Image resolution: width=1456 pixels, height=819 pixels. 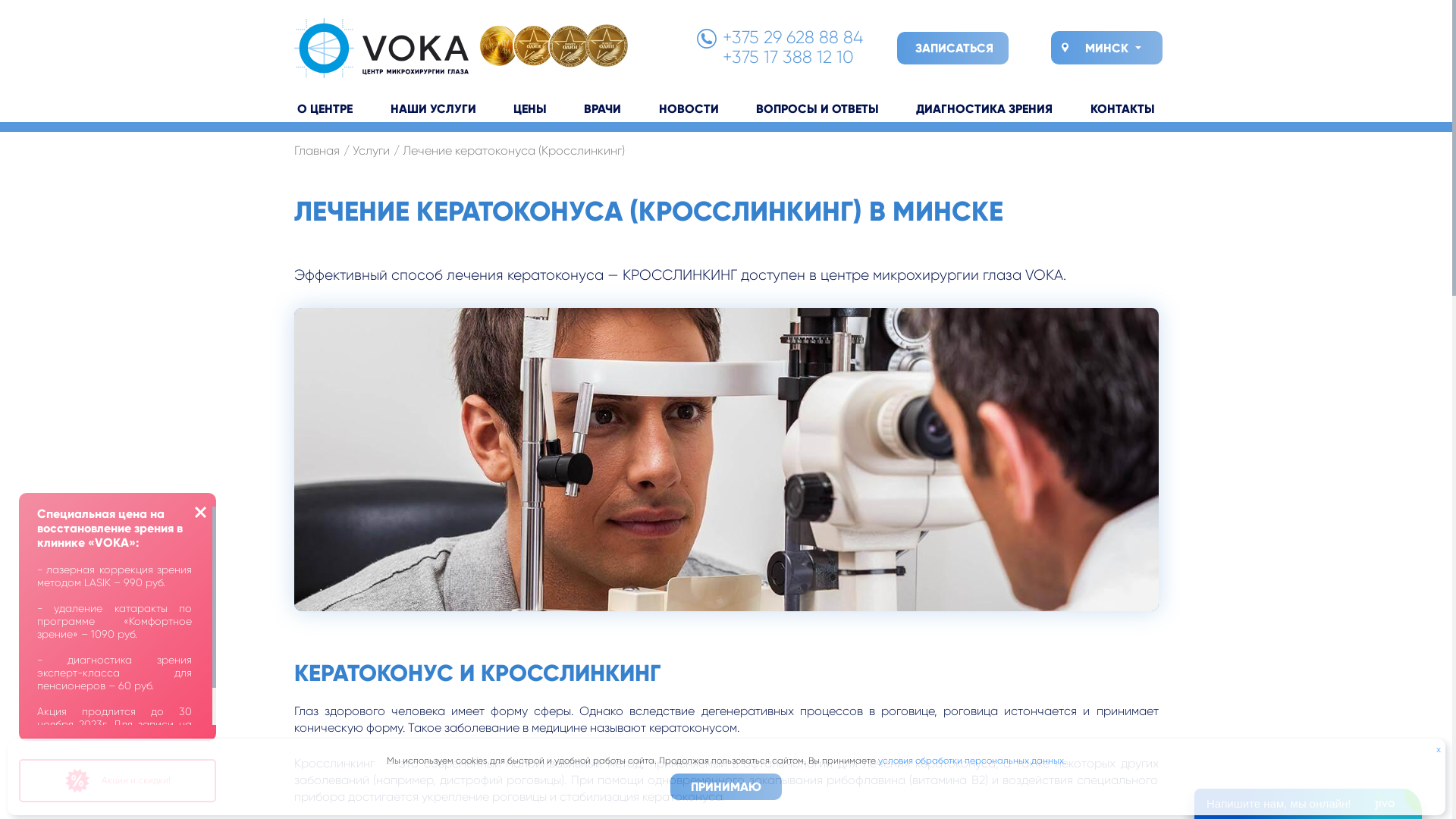 I want to click on '+375 29 628 88 84', so click(x=791, y=36).